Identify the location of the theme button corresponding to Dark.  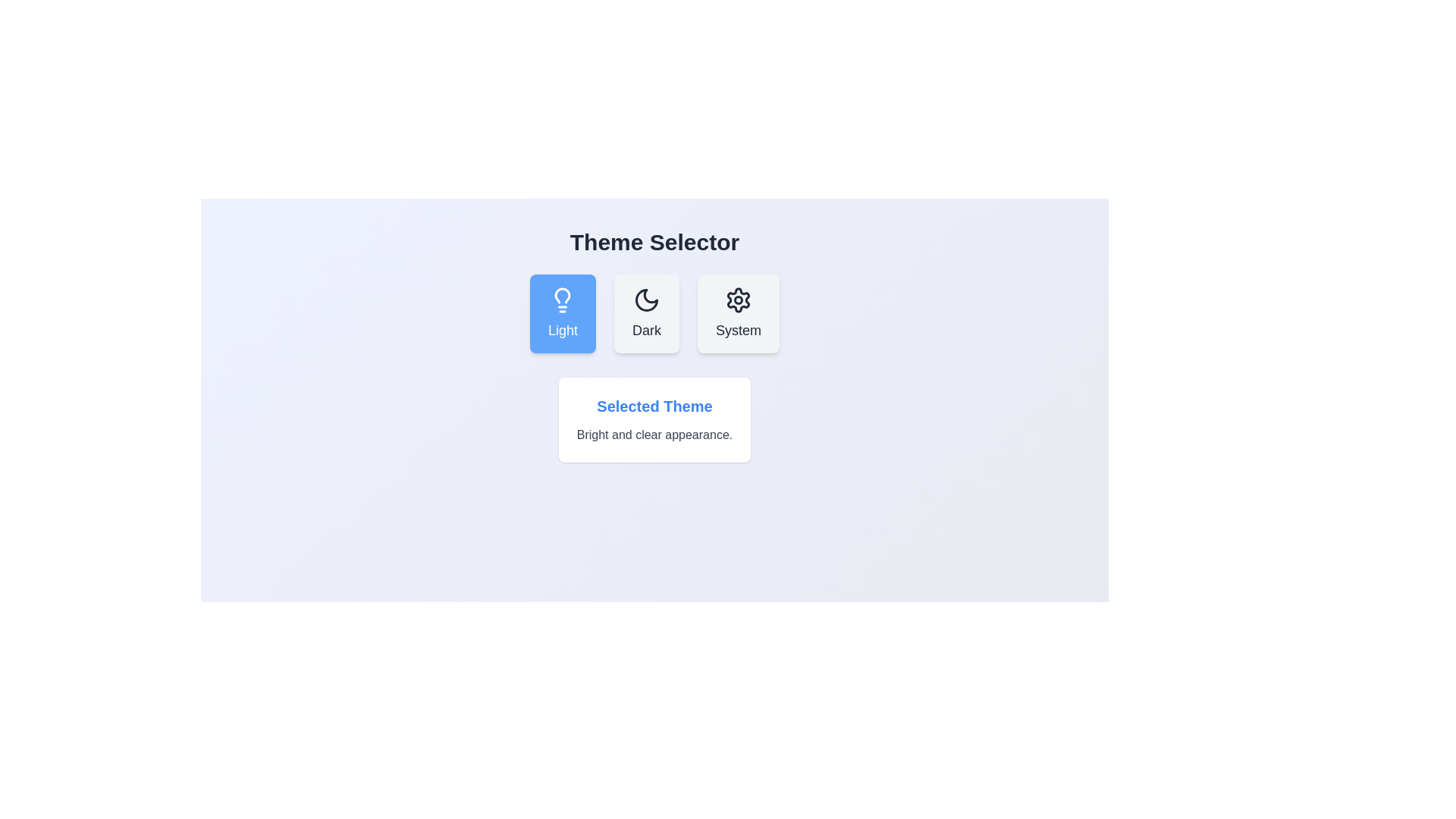
(647, 312).